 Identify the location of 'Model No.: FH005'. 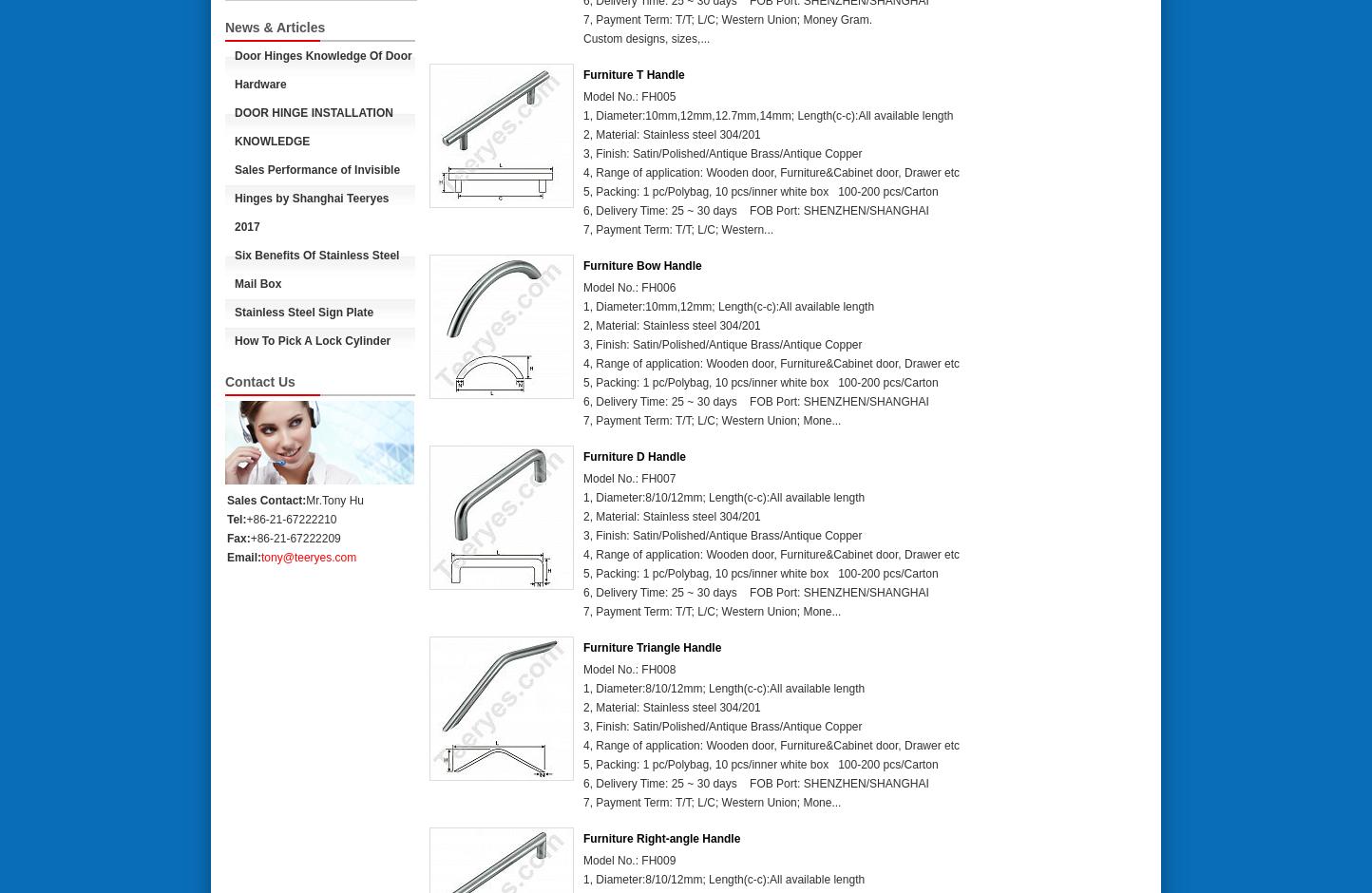
(629, 96).